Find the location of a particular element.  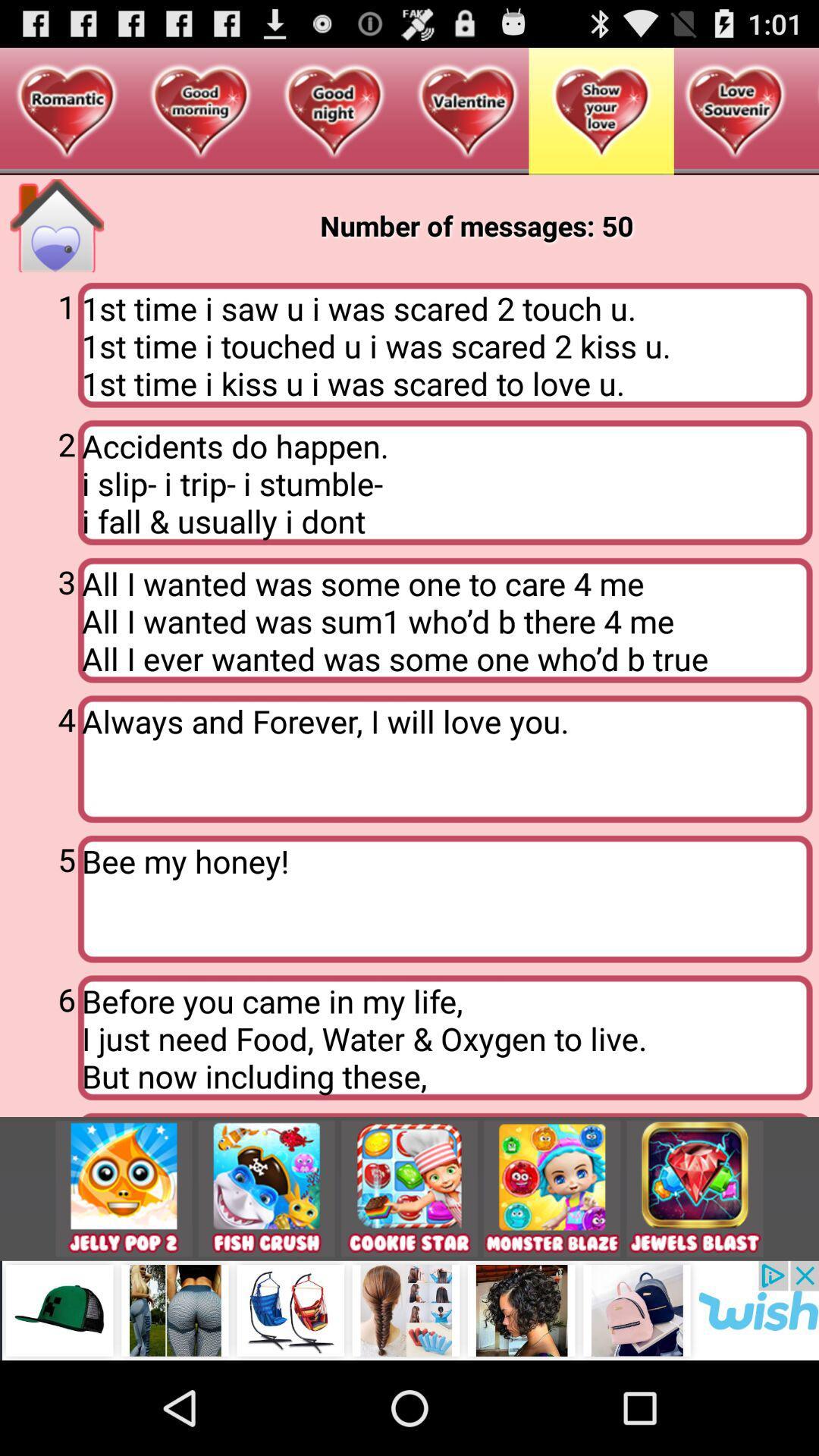

swtich autoplay option is located at coordinates (409, 1188).